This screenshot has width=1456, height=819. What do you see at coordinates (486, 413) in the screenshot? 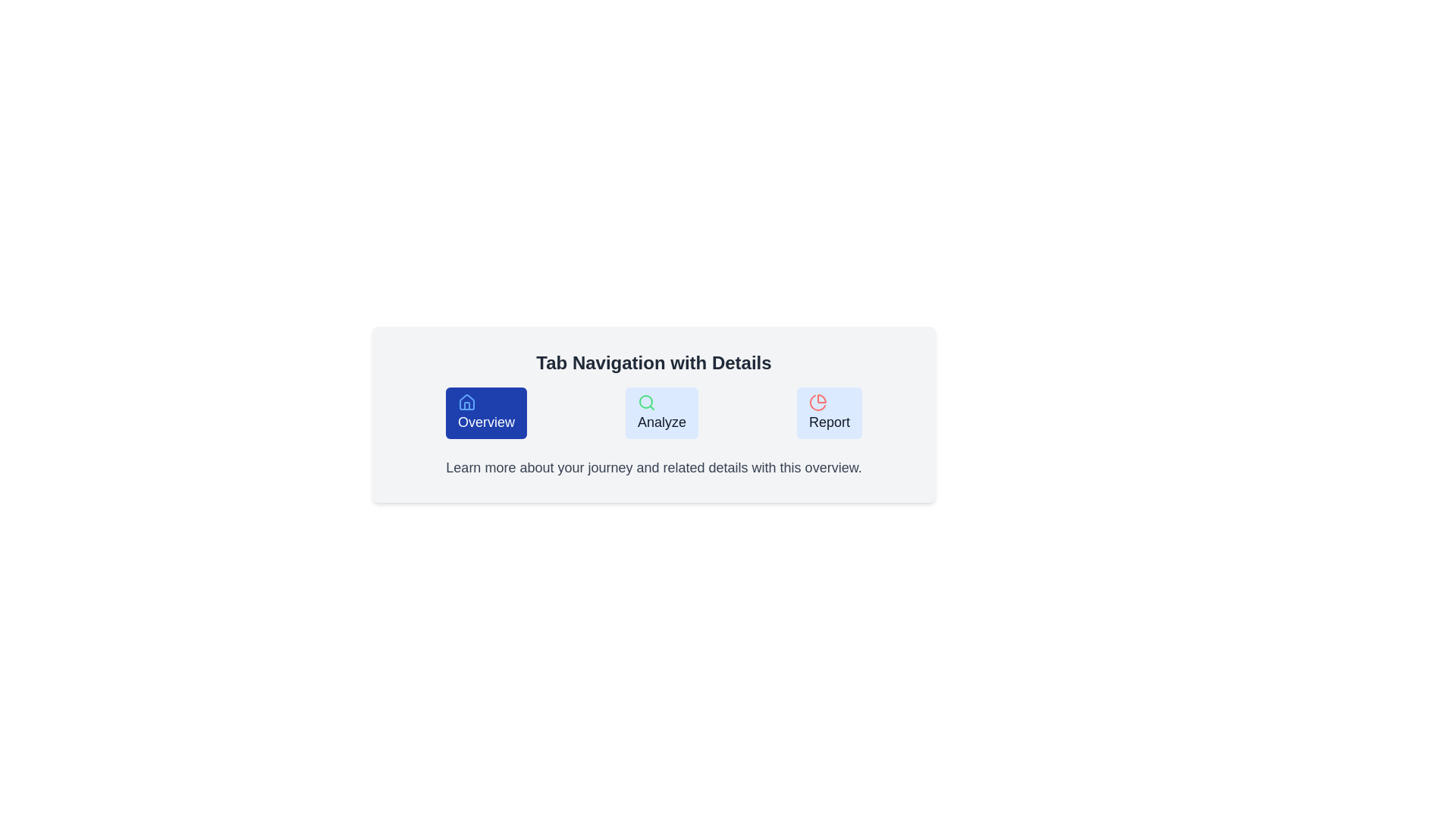
I see `the Overview tab` at bounding box center [486, 413].